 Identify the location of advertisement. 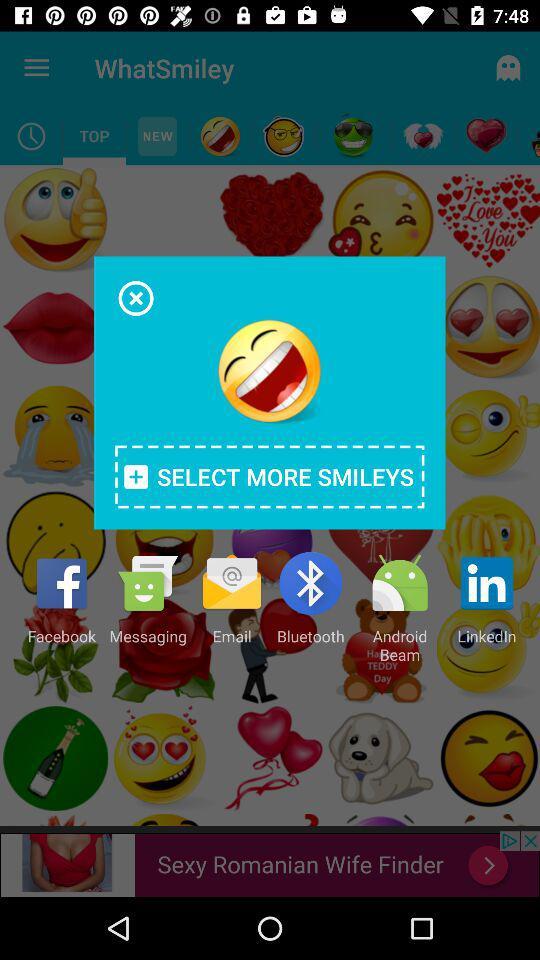
(135, 297).